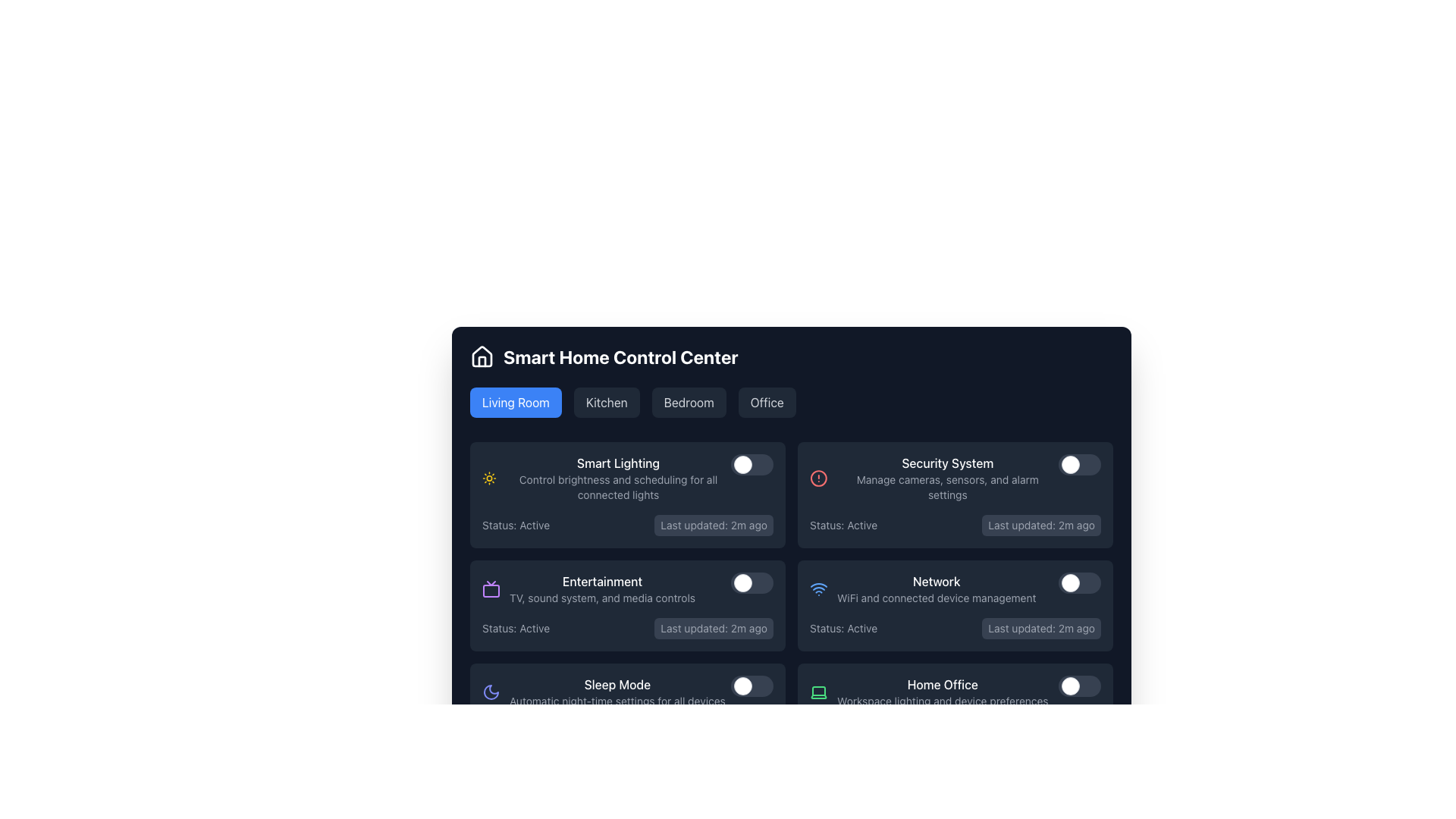 This screenshot has width=1456, height=819. Describe the element at coordinates (936, 598) in the screenshot. I see `text label that reads 'WiFi and connected device management' located beneath the 'Network' title within the card labeled 'Network'` at that location.